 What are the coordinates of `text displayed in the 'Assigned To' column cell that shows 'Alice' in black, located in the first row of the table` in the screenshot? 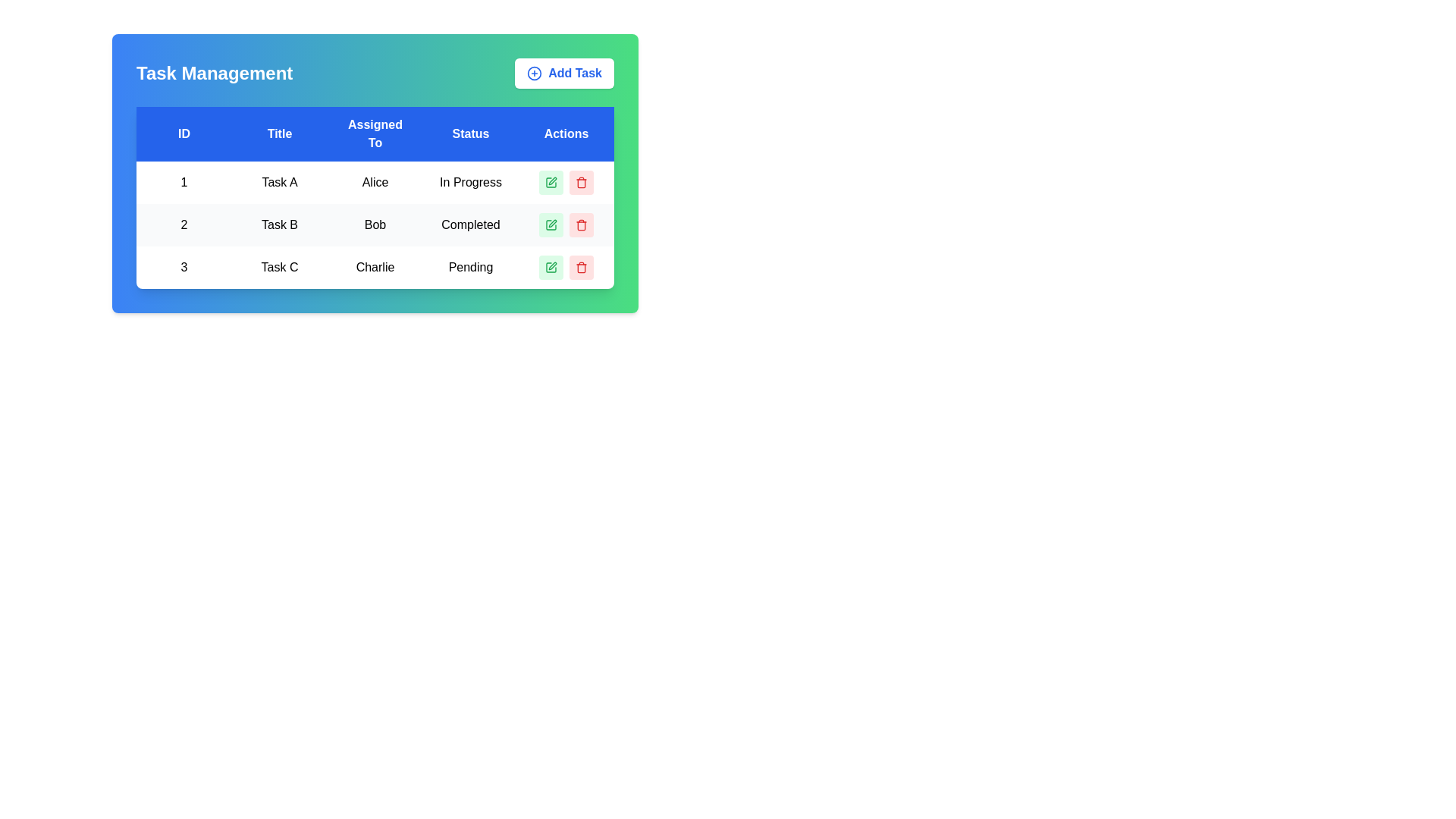 It's located at (375, 181).